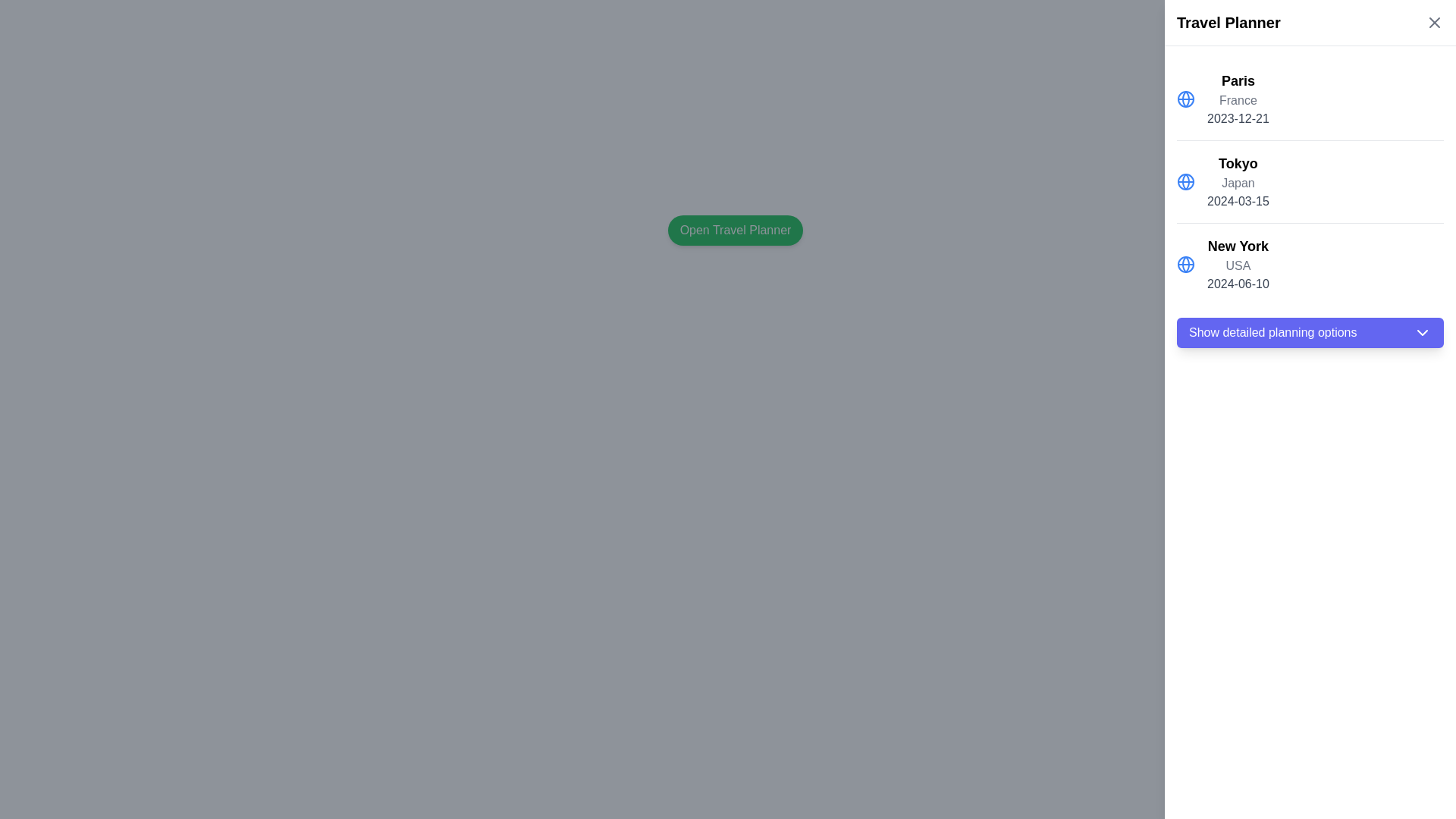 The height and width of the screenshot is (819, 1456). Describe the element at coordinates (1238, 100) in the screenshot. I see `the static text label indicating the country associated with the city displayed above it, which is located in the travel planning section on the right side of the interface` at that location.